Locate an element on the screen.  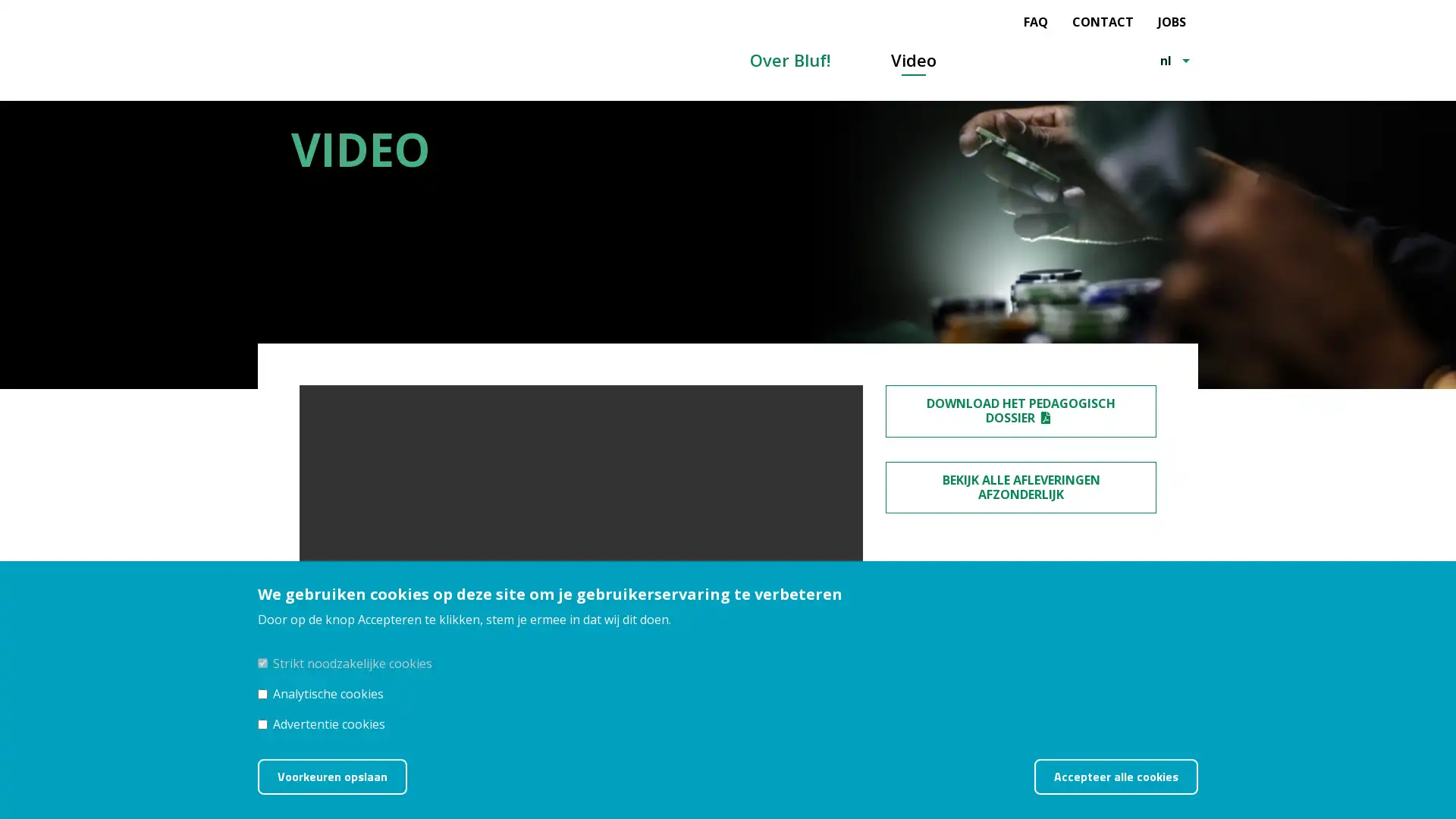
mute is located at coordinates (771, 629).